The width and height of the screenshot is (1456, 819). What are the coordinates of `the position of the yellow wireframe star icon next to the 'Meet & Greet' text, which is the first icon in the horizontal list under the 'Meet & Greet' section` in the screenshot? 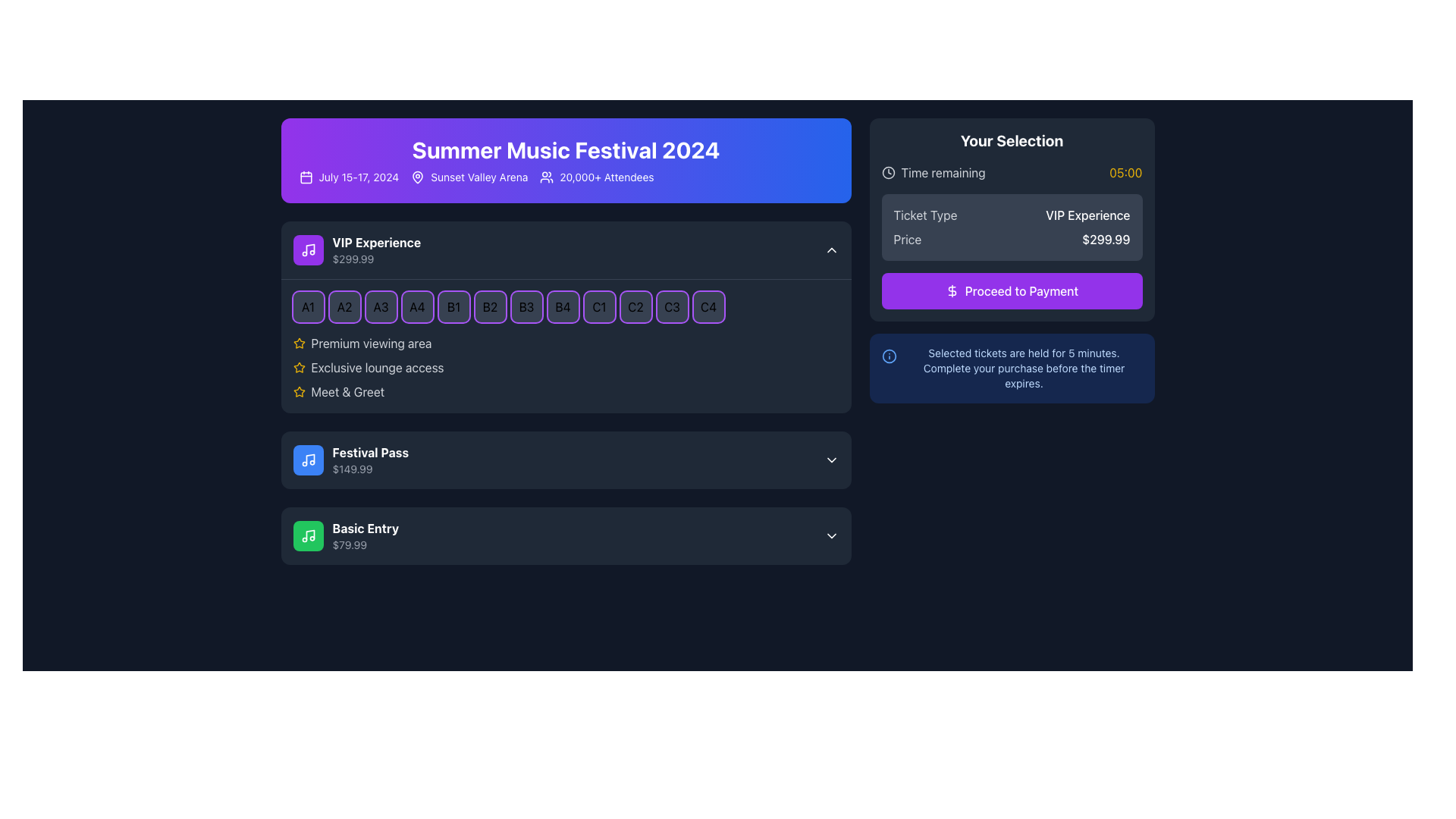 It's located at (299, 391).